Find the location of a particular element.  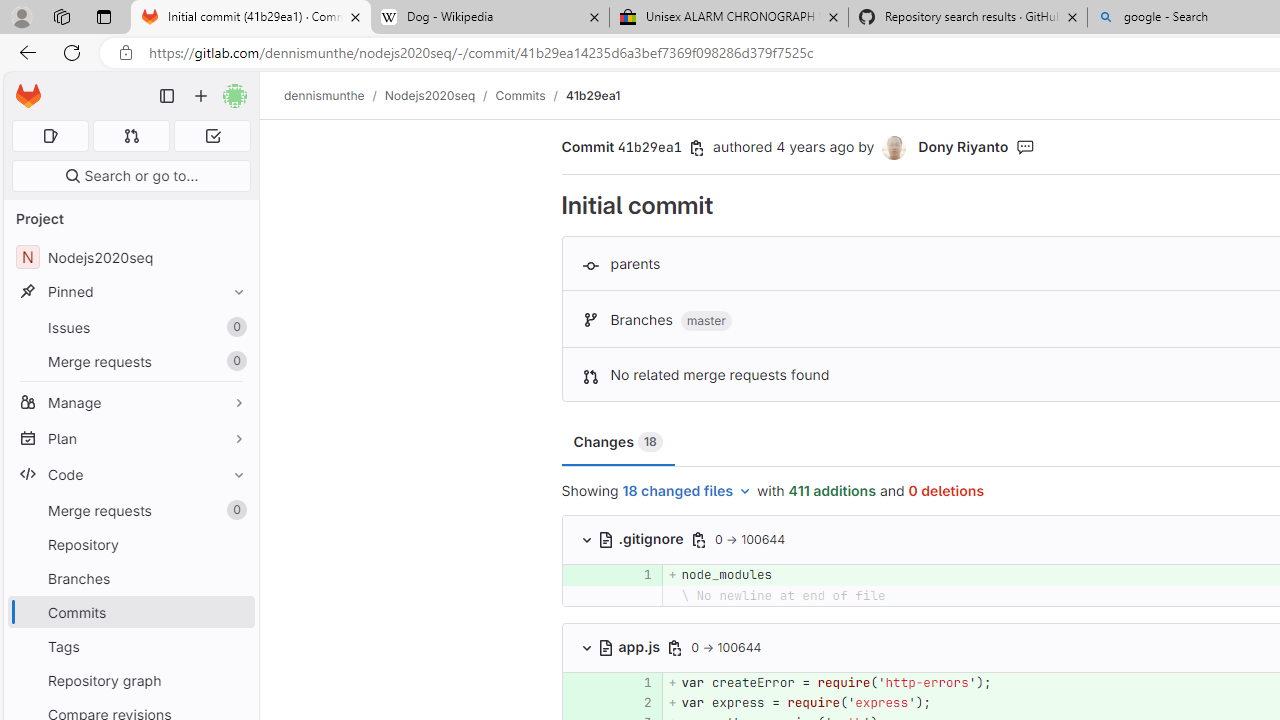

'Tags' is located at coordinates (130, 646).